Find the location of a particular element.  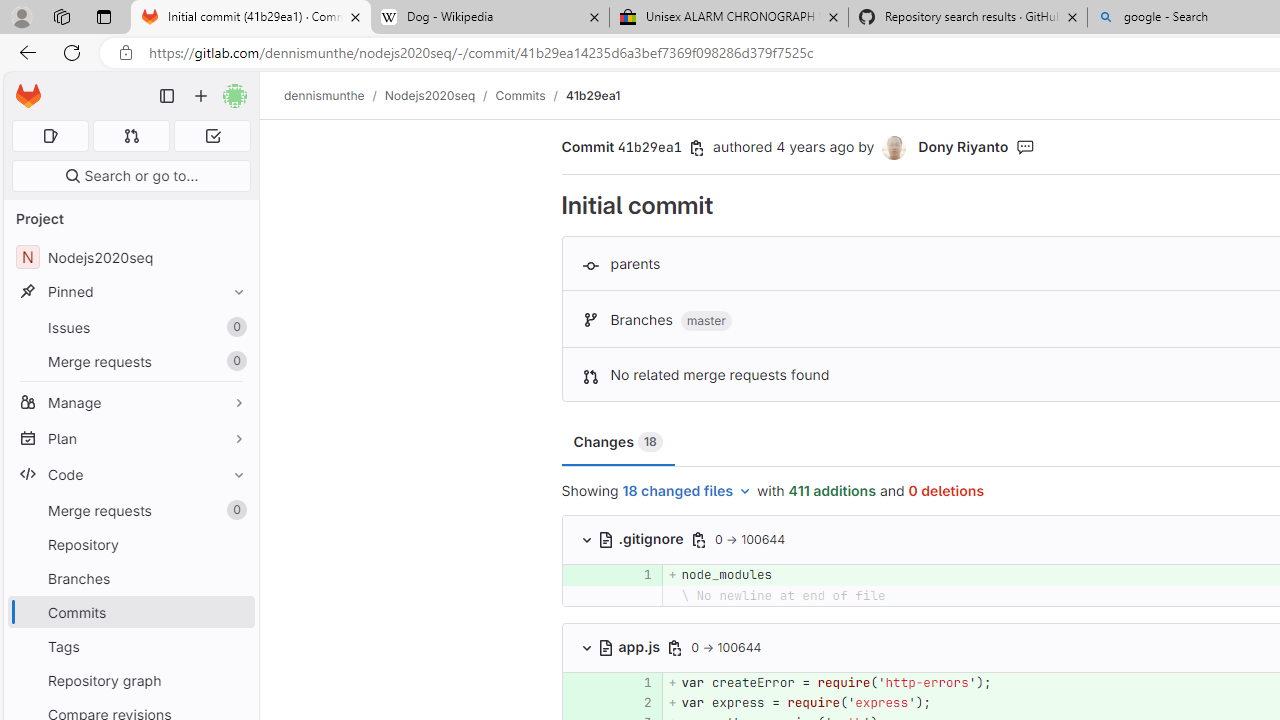

'Tags' is located at coordinates (130, 646).